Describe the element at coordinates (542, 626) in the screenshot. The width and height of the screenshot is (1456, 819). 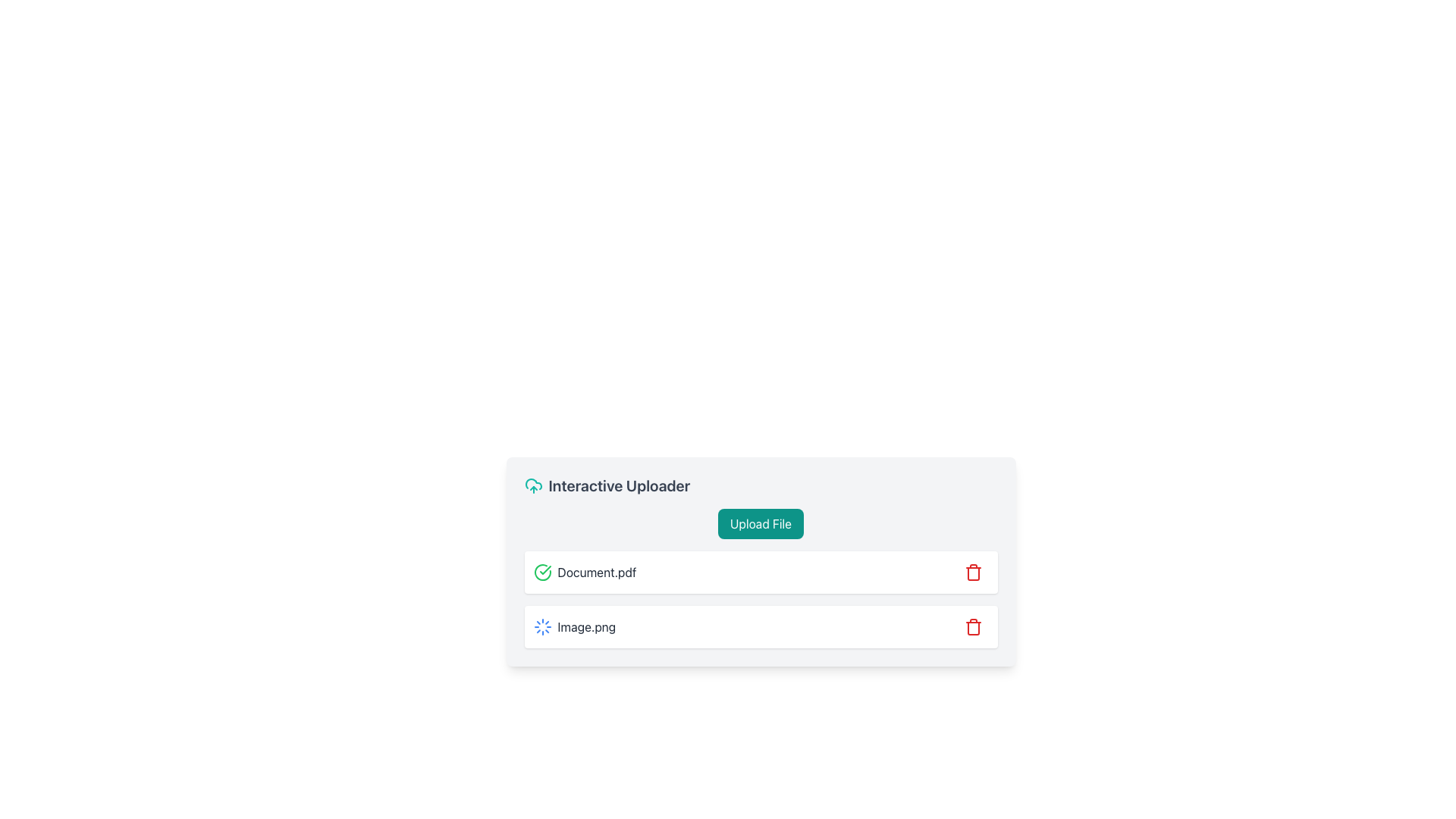
I see `the animation of the Loader Icon, a small blue circular spinner located to the left of the file 'Image.png'` at that location.